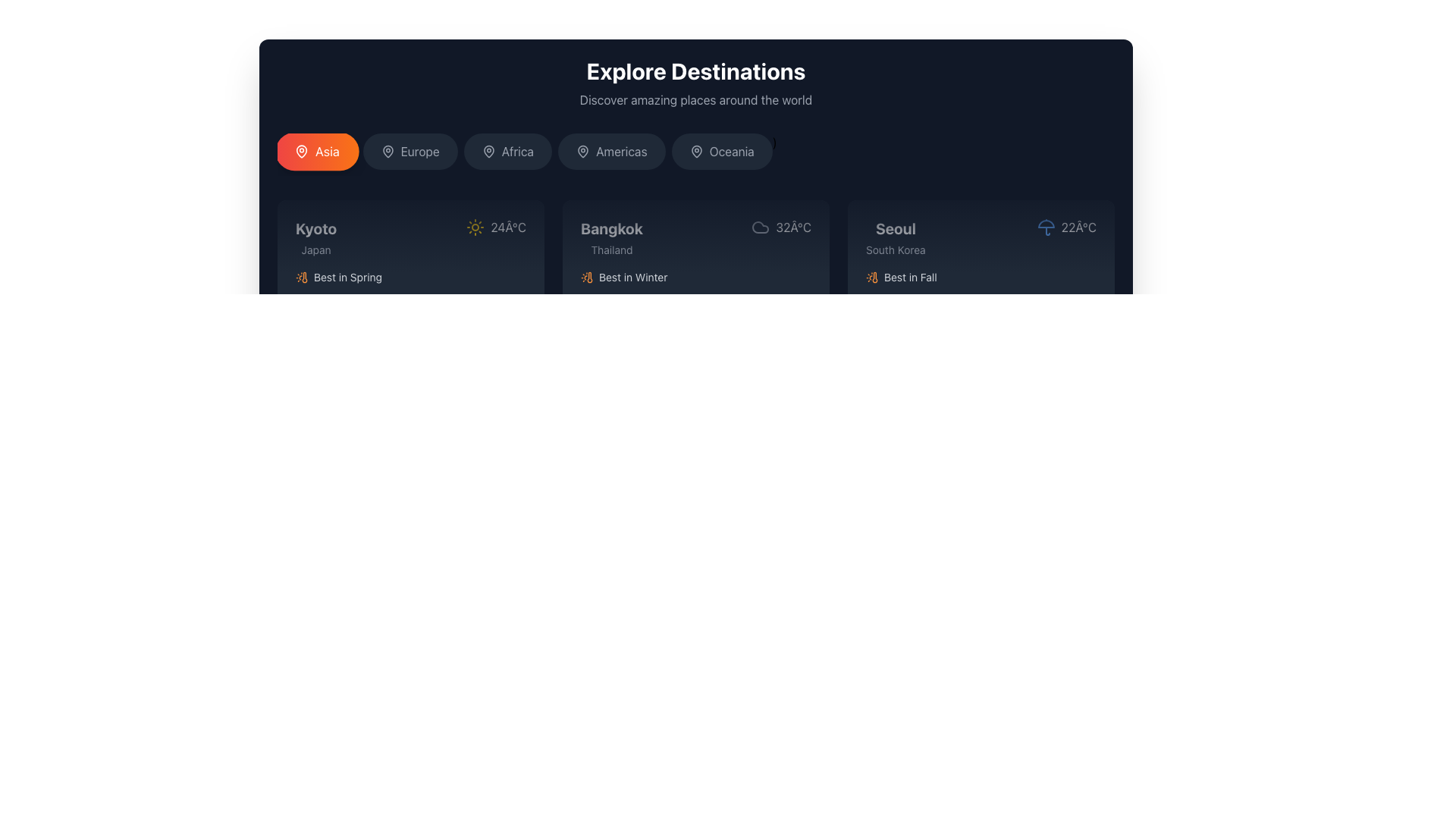 The width and height of the screenshot is (1456, 819). What do you see at coordinates (695, 71) in the screenshot?
I see `prominent heading titled 'Explore Destinations' displayed in a large, bold, white font, centered at the top of the interface` at bounding box center [695, 71].